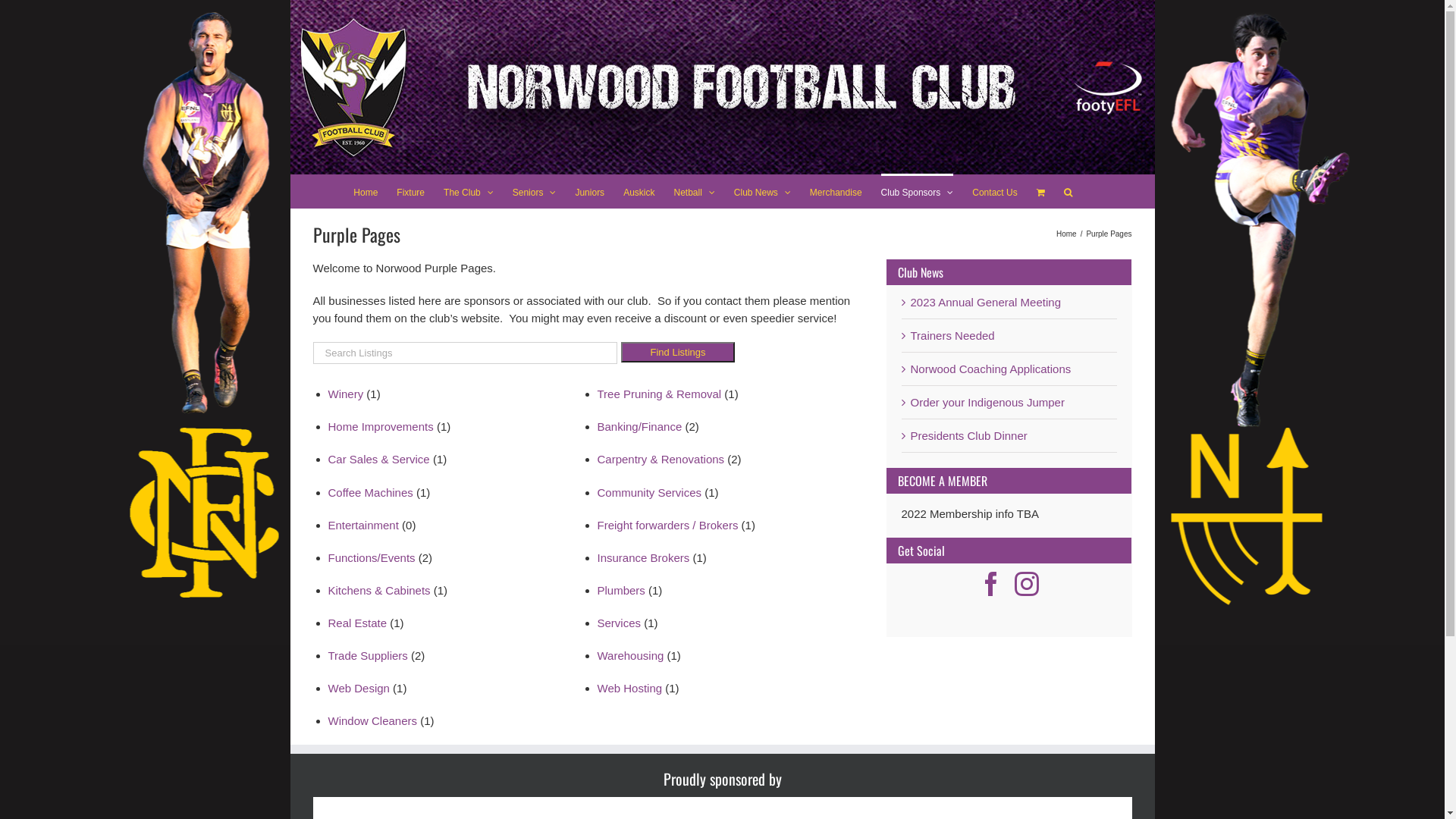 Image resolution: width=1456 pixels, height=819 pixels. What do you see at coordinates (990, 369) in the screenshot?
I see `'Norwood Coaching Applications'` at bounding box center [990, 369].